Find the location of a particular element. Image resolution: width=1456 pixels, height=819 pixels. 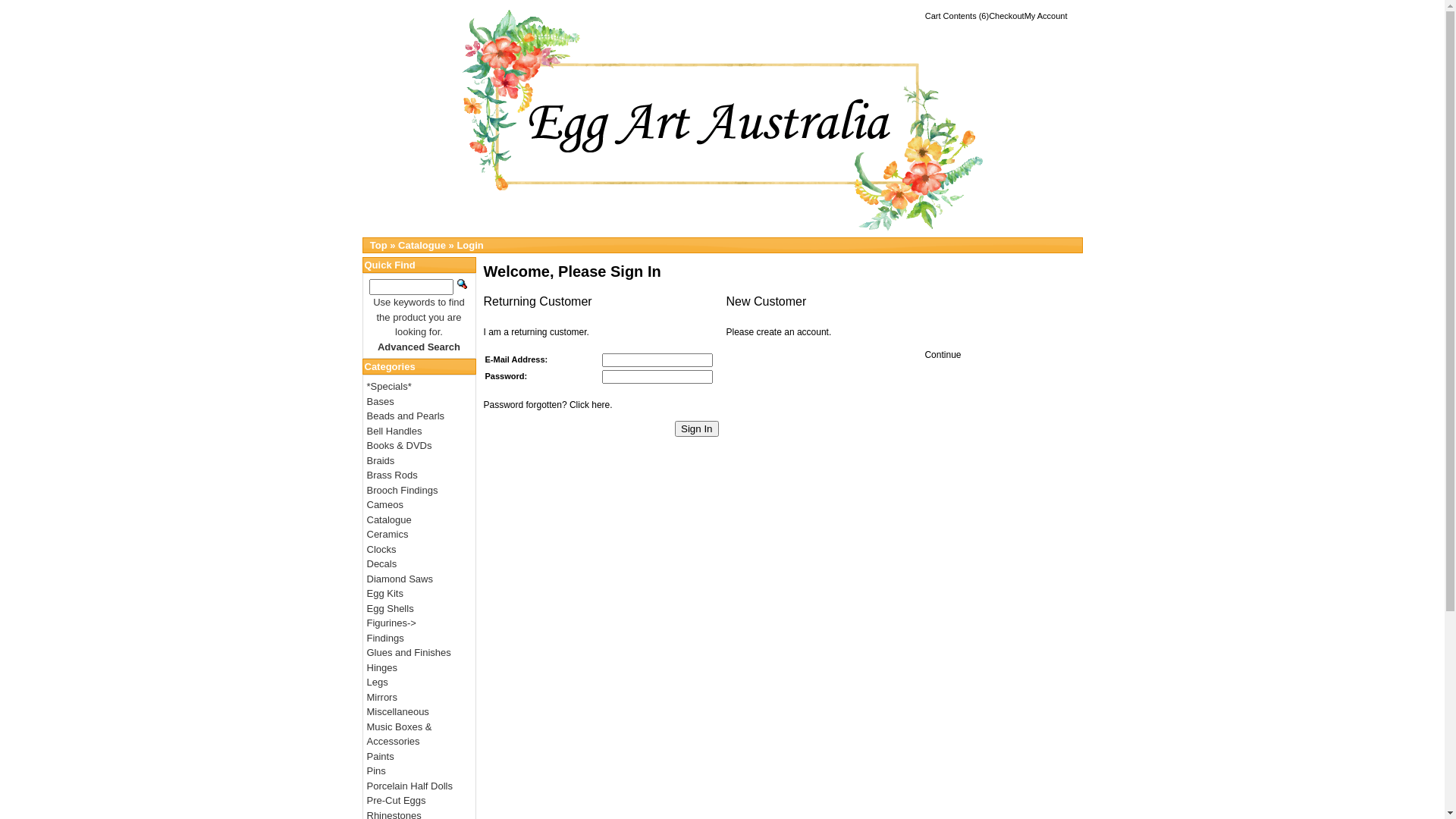

'Braids' is located at coordinates (381, 460).